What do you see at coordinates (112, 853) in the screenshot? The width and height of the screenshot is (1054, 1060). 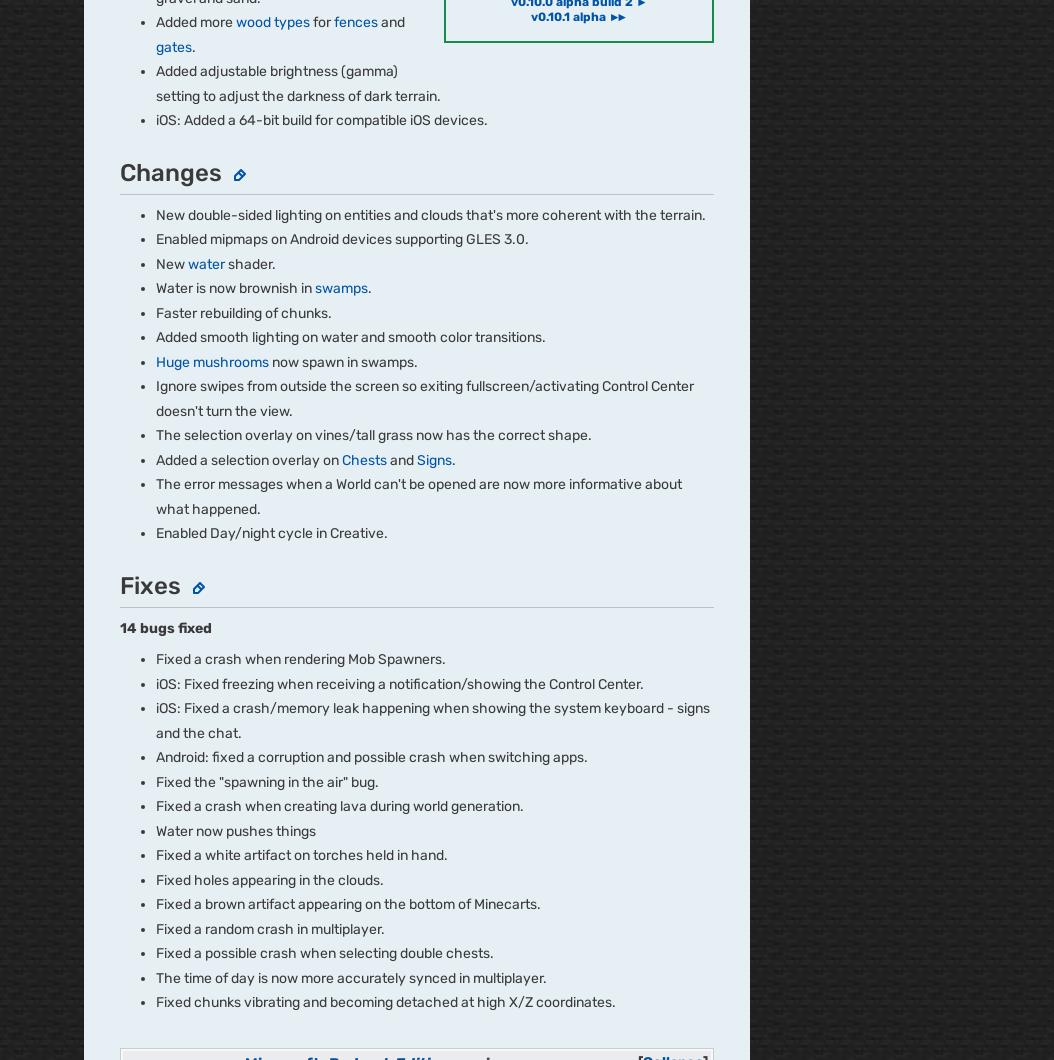 I see `'Media Kit'` at bounding box center [112, 853].